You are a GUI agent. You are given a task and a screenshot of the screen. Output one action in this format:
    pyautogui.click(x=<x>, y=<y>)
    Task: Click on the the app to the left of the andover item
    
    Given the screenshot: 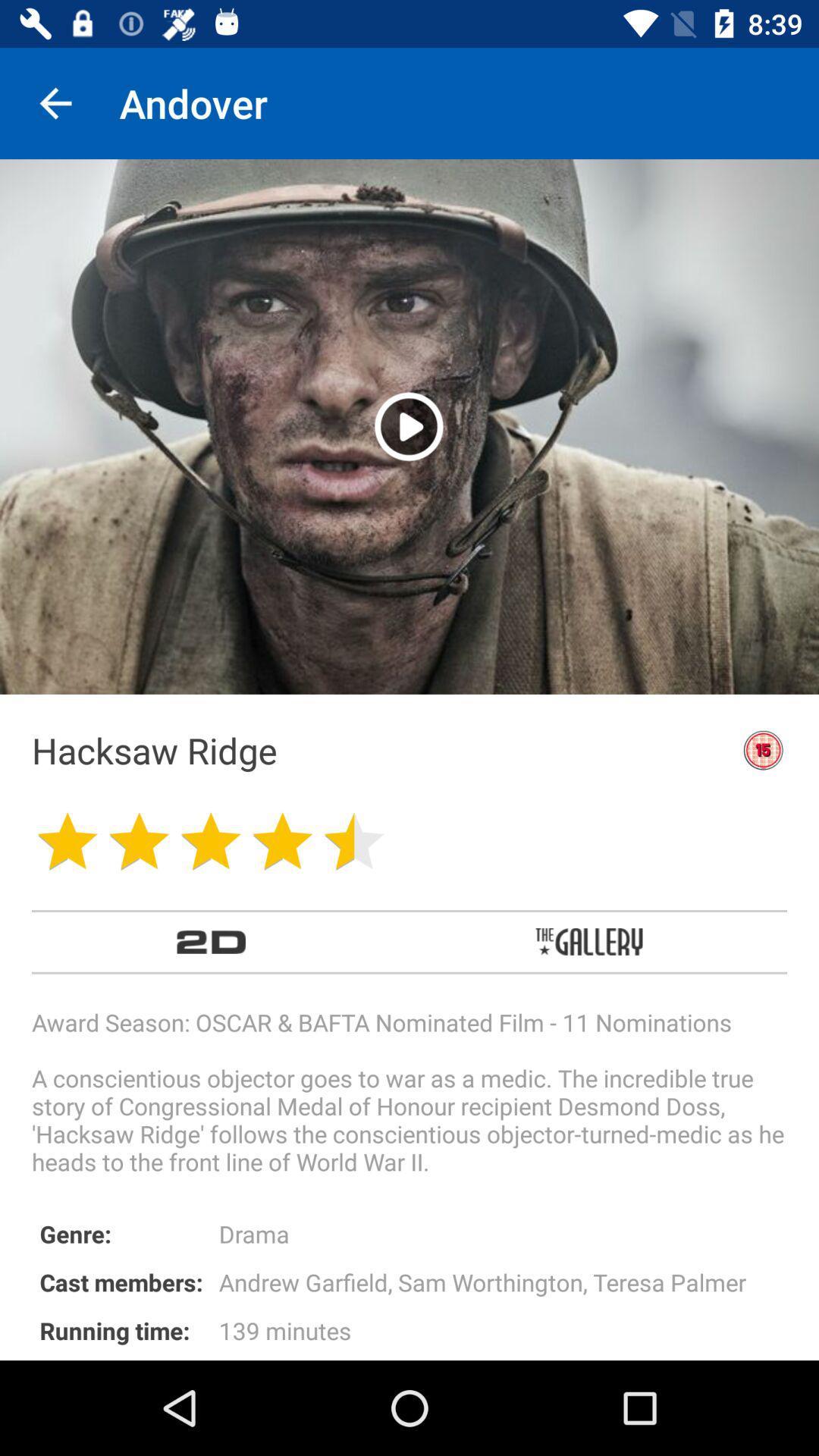 What is the action you would take?
    pyautogui.click(x=55, y=102)
    